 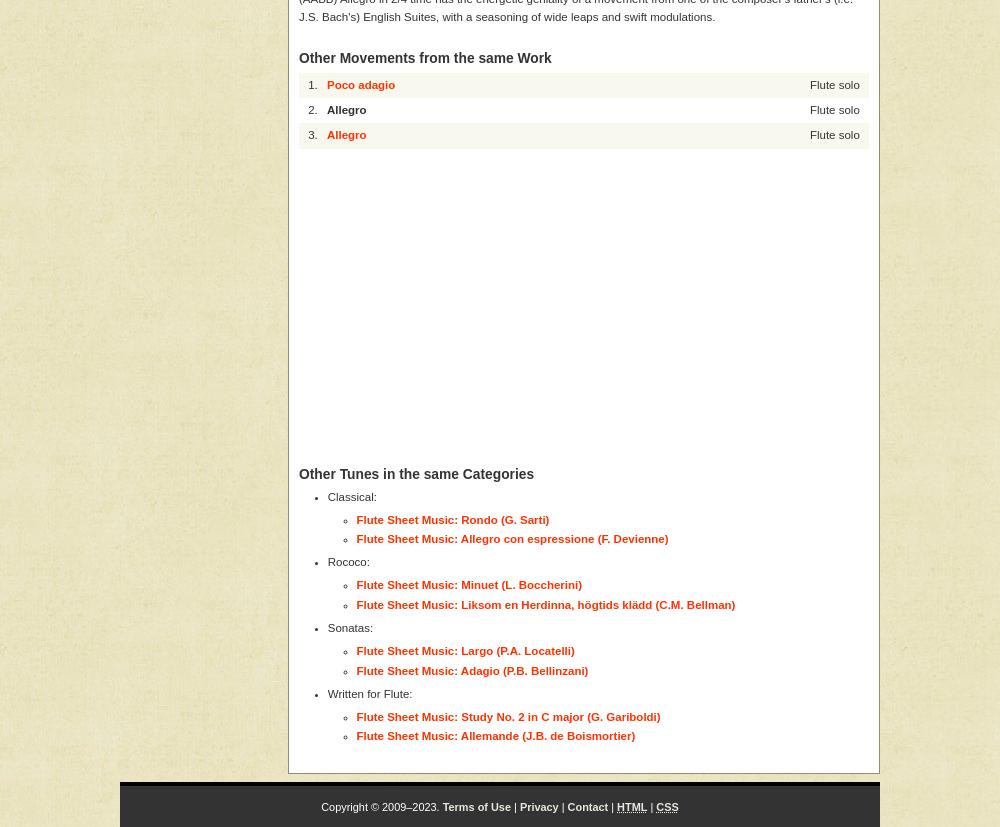 I want to click on 'Rococo:', so click(x=347, y=561).